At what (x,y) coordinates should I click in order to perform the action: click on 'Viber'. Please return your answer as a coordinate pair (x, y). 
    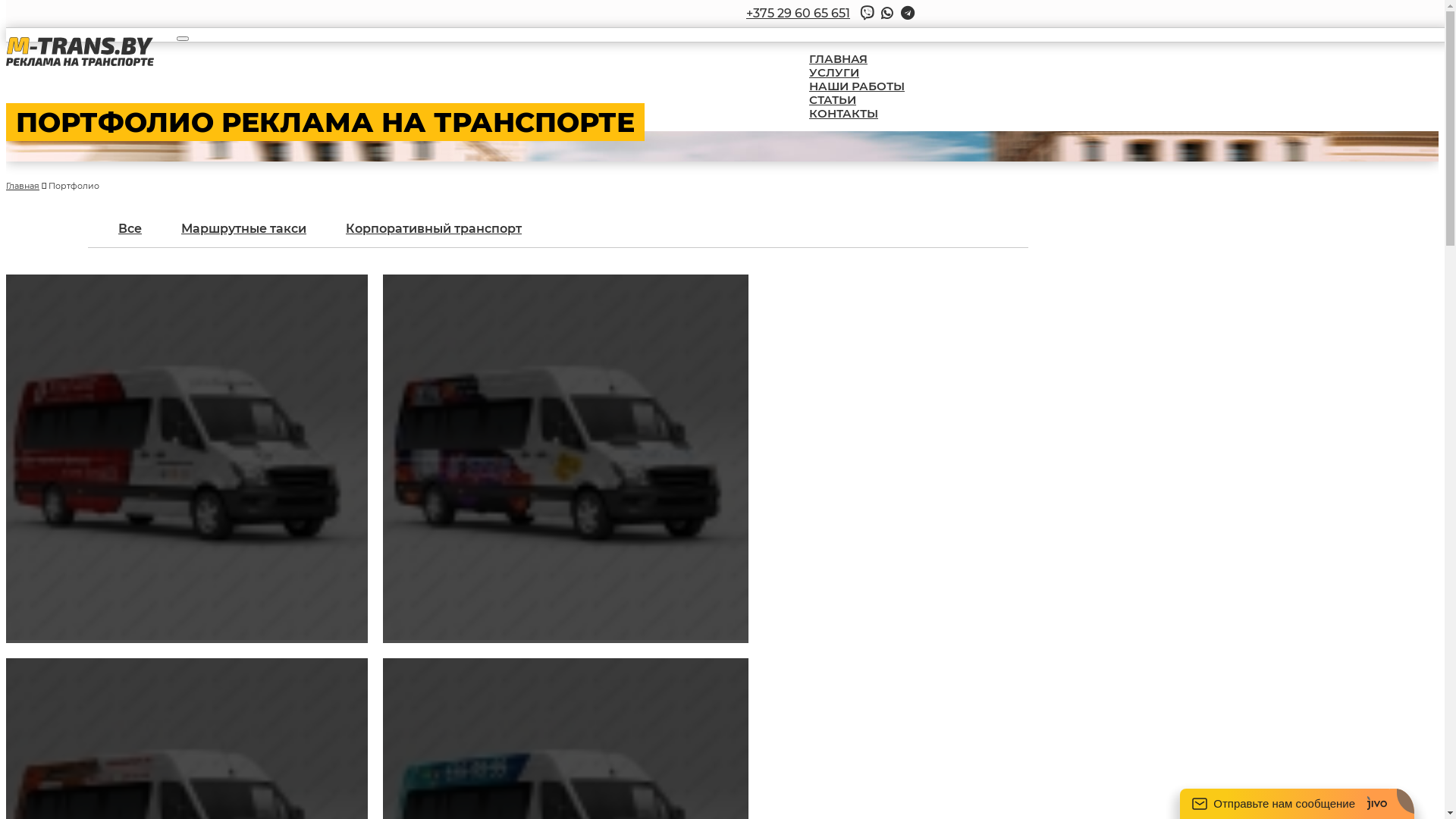
    Looking at the image, I should click on (866, 13).